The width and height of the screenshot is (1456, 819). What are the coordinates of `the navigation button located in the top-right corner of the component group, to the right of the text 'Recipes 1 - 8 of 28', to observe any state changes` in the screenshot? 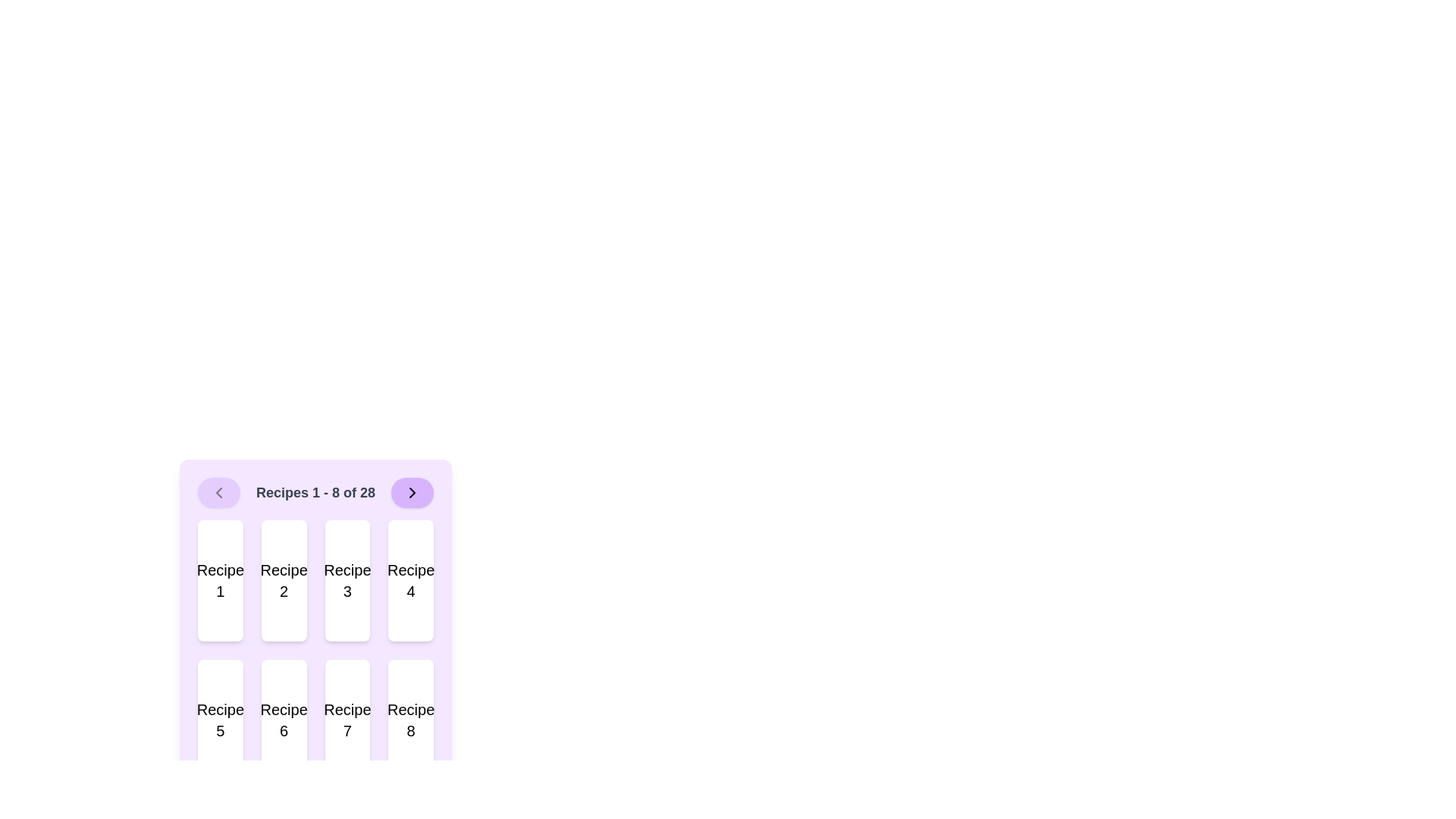 It's located at (412, 493).